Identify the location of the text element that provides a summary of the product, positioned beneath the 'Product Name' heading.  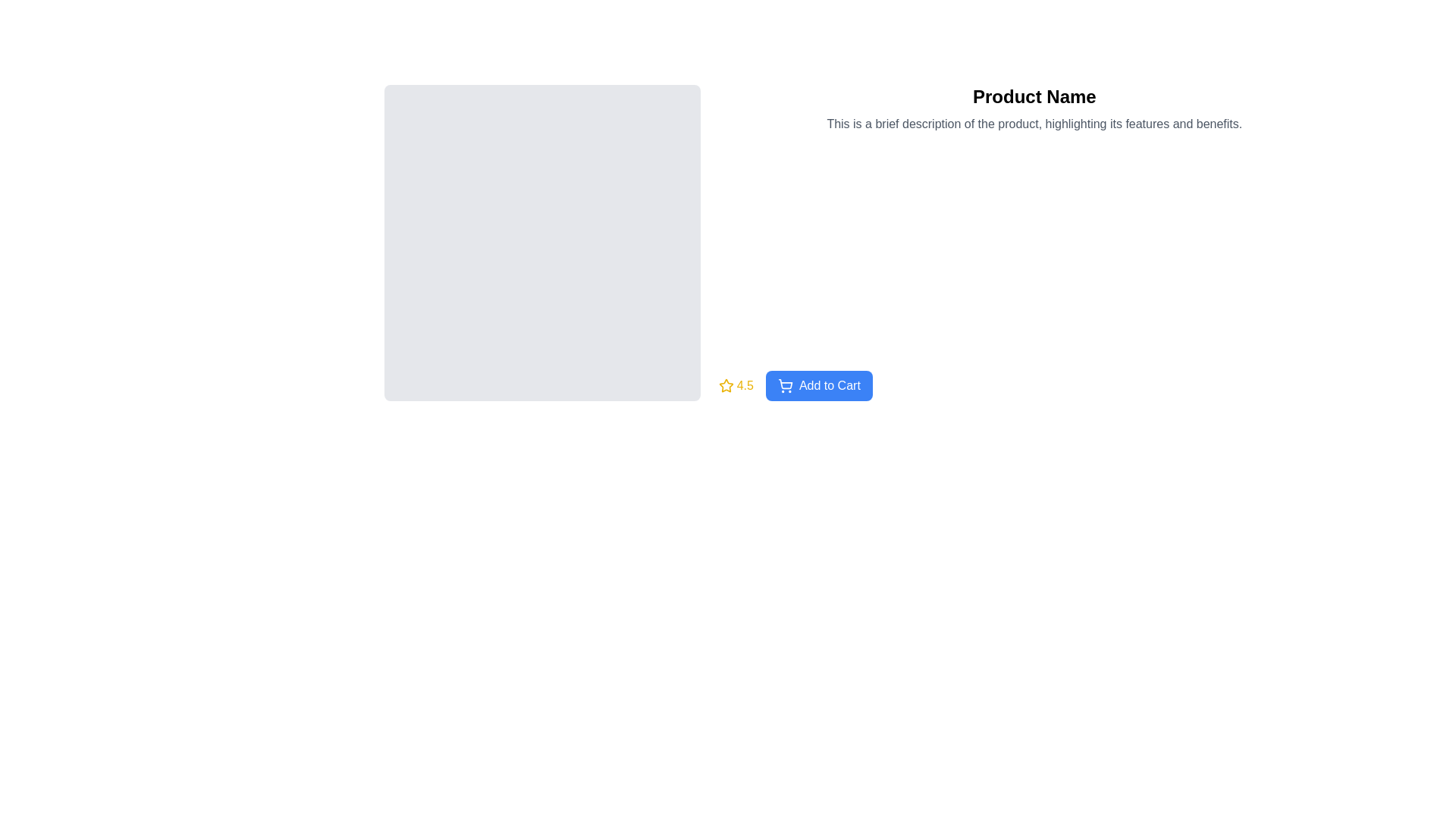
(1034, 124).